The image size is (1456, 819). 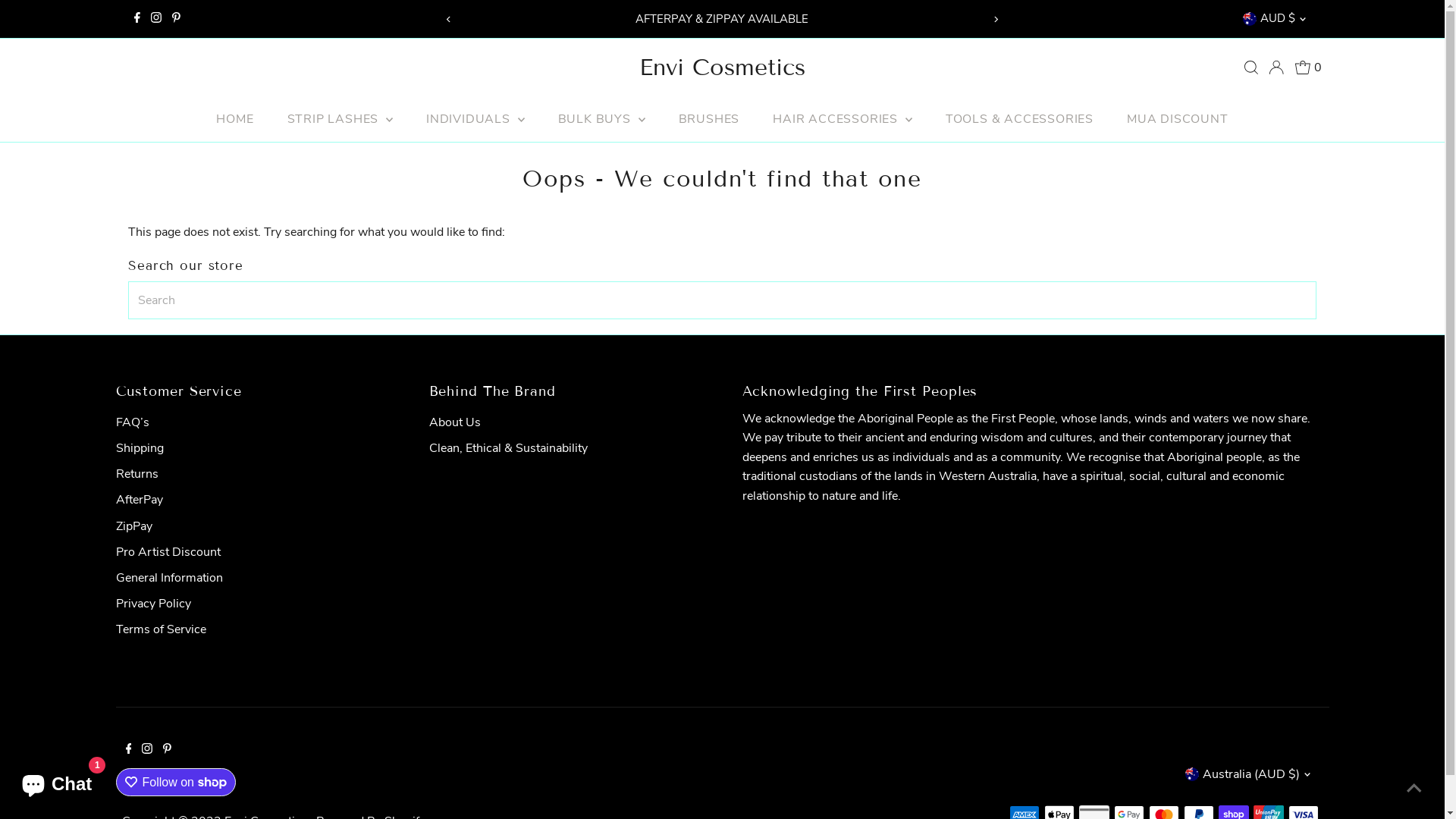 What do you see at coordinates (454, 422) in the screenshot?
I see `'About Us'` at bounding box center [454, 422].